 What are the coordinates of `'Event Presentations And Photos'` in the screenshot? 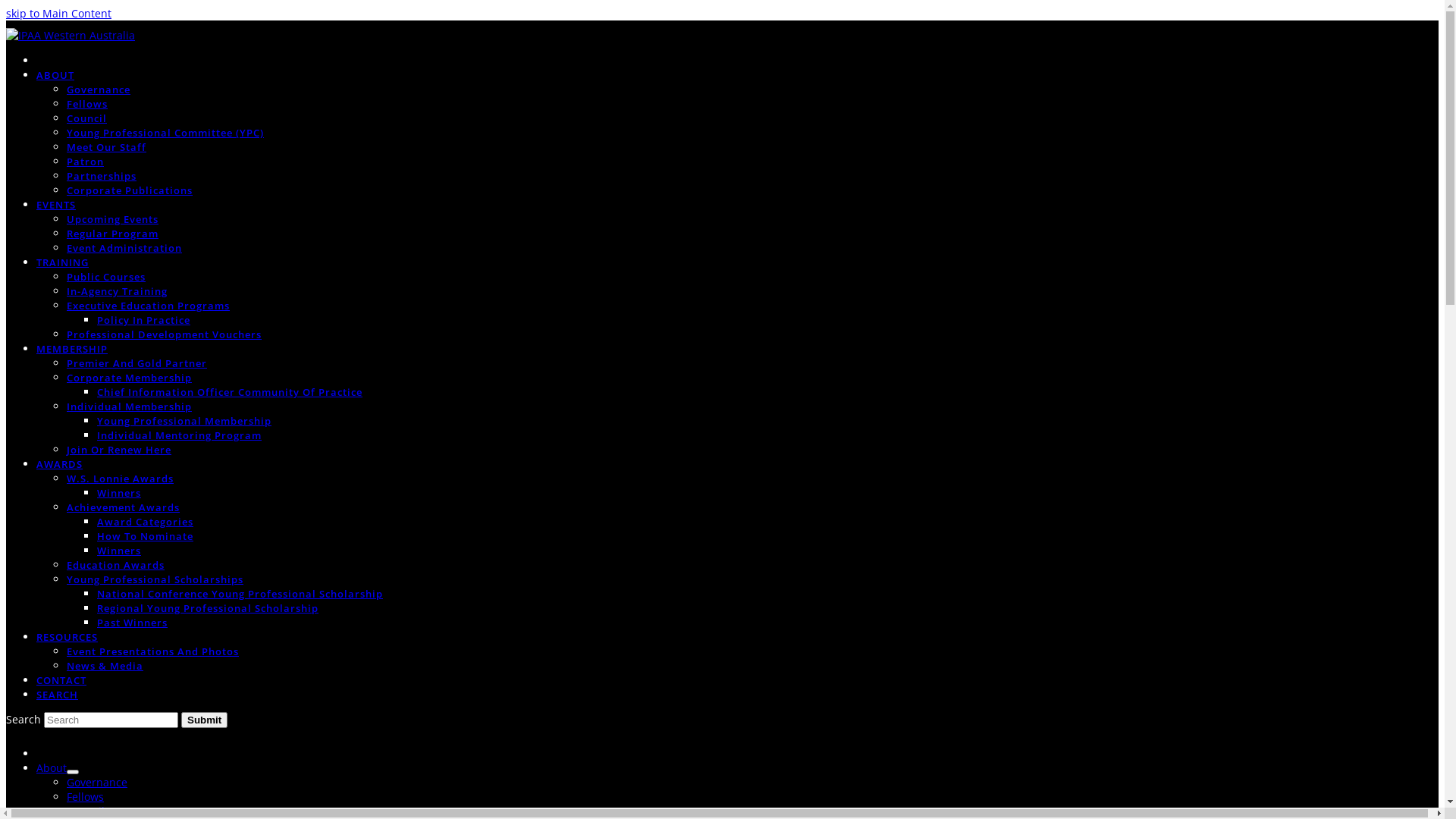 It's located at (152, 650).